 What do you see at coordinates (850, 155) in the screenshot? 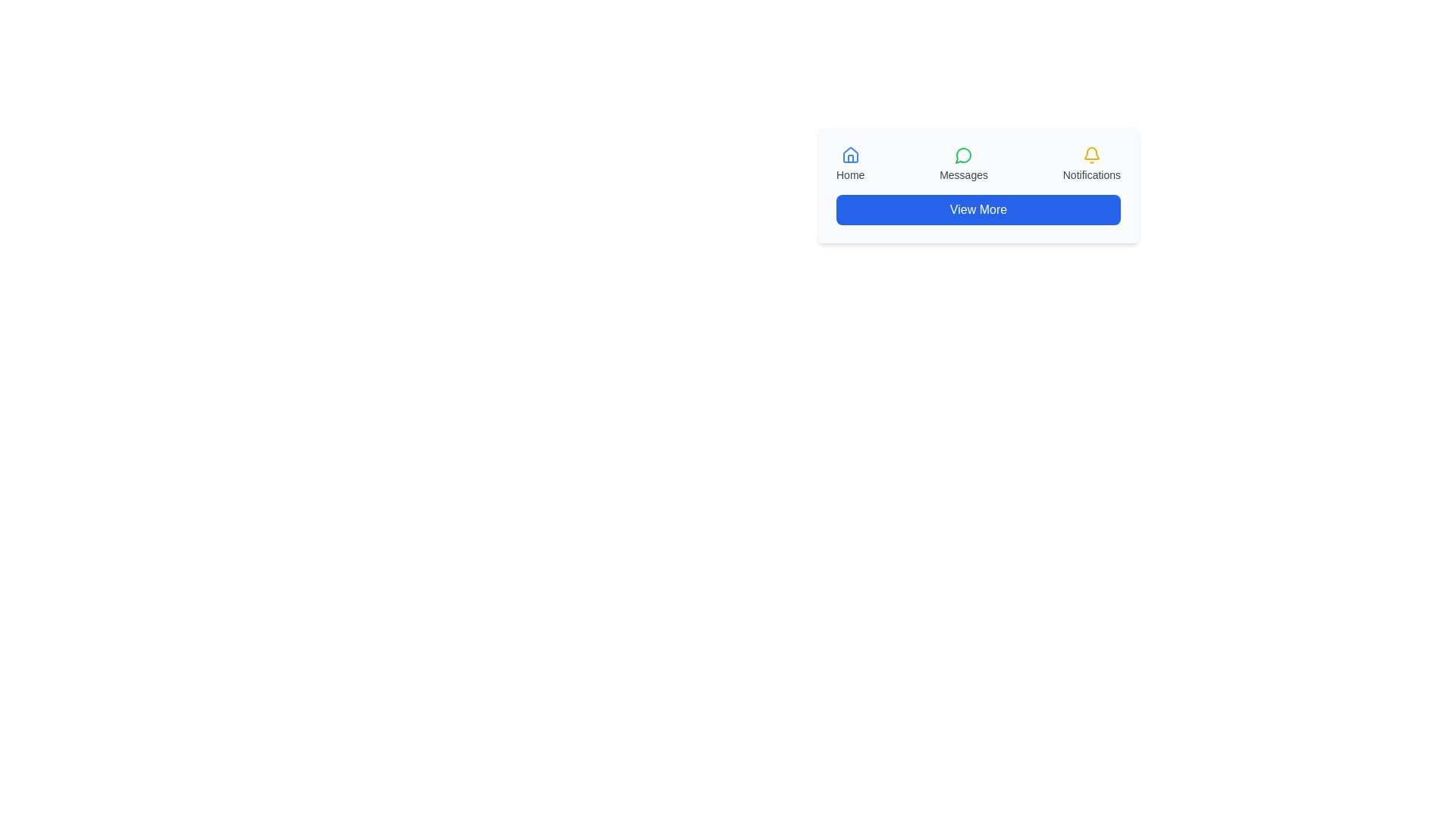
I see `the house icon represented by a blue vector graphic located above the 'Home' text in the icon group` at bounding box center [850, 155].